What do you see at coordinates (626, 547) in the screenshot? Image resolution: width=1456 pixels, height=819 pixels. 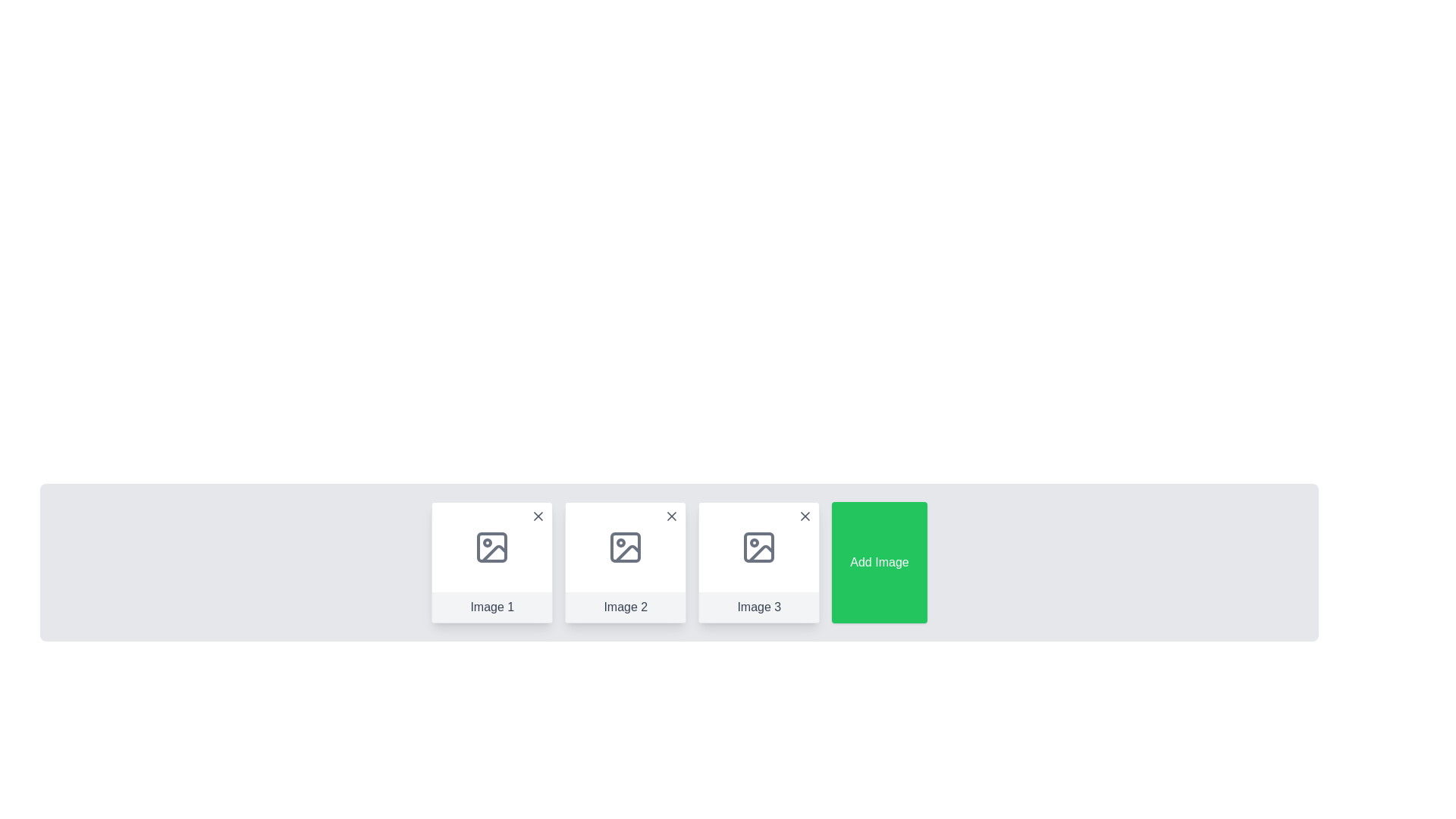 I see `the image placeholder icon located within the 'Image 2' card, which is the central icon among three similar icons representing images` at bounding box center [626, 547].